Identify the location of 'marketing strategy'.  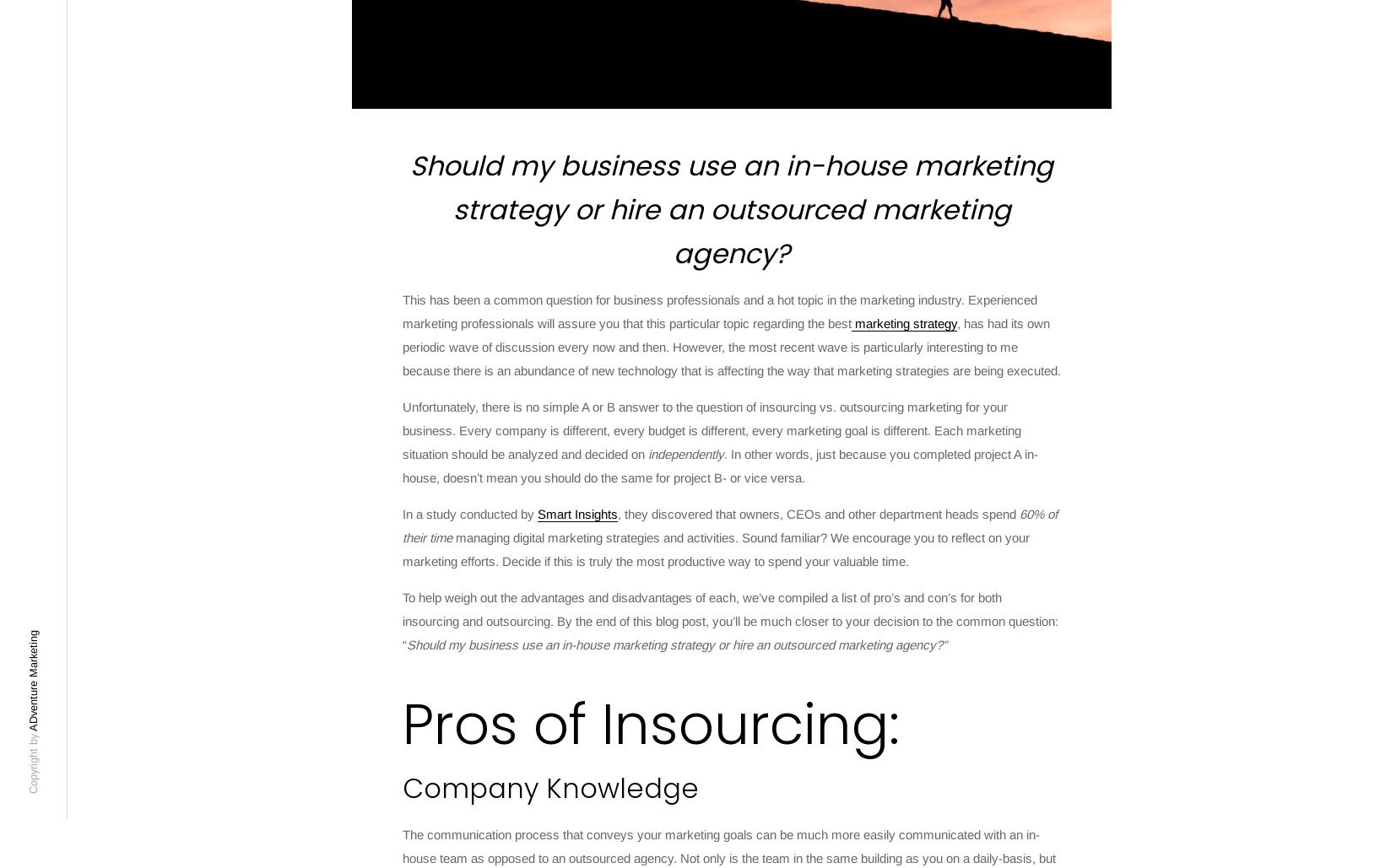
(903, 322).